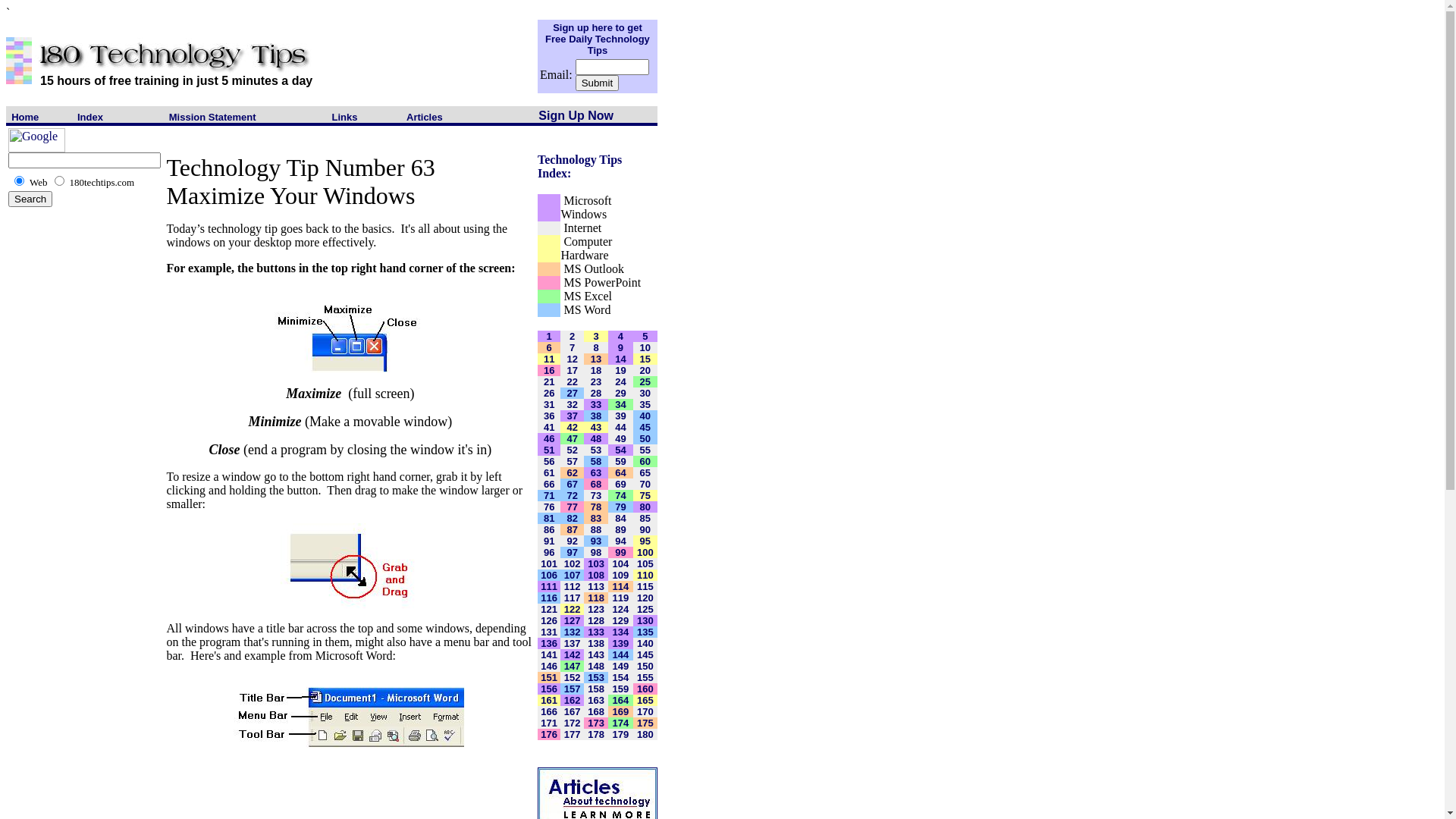  Describe the element at coordinates (548, 631) in the screenshot. I see `'131'` at that location.